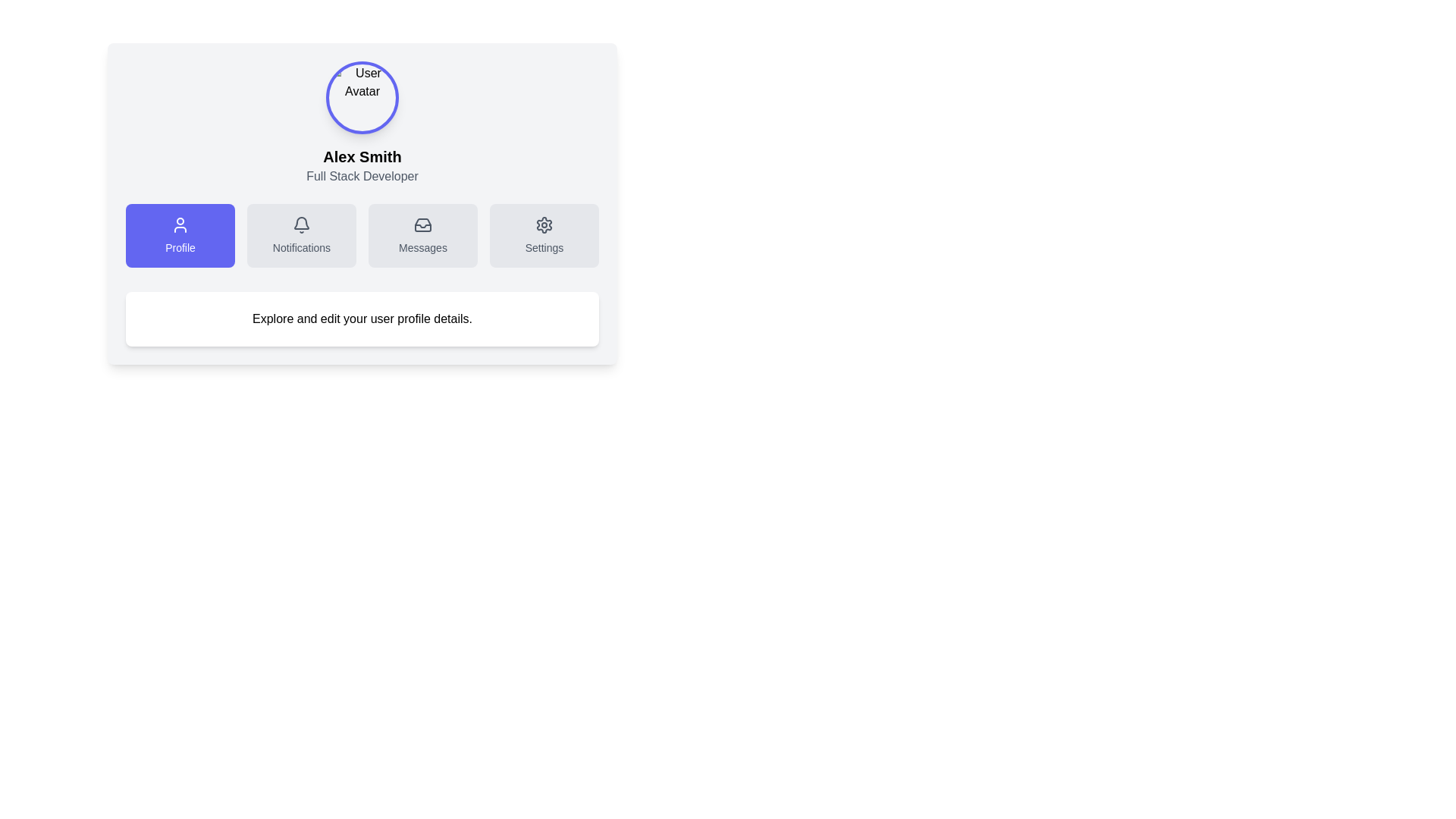 The width and height of the screenshot is (1456, 819). Describe the element at coordinates (302, 236) in the screenshot. I see `the 'Notifications' button, which is a light gray button with a bell icon and the text 'Notifications' below it, located at the center of the viewport` at that location.